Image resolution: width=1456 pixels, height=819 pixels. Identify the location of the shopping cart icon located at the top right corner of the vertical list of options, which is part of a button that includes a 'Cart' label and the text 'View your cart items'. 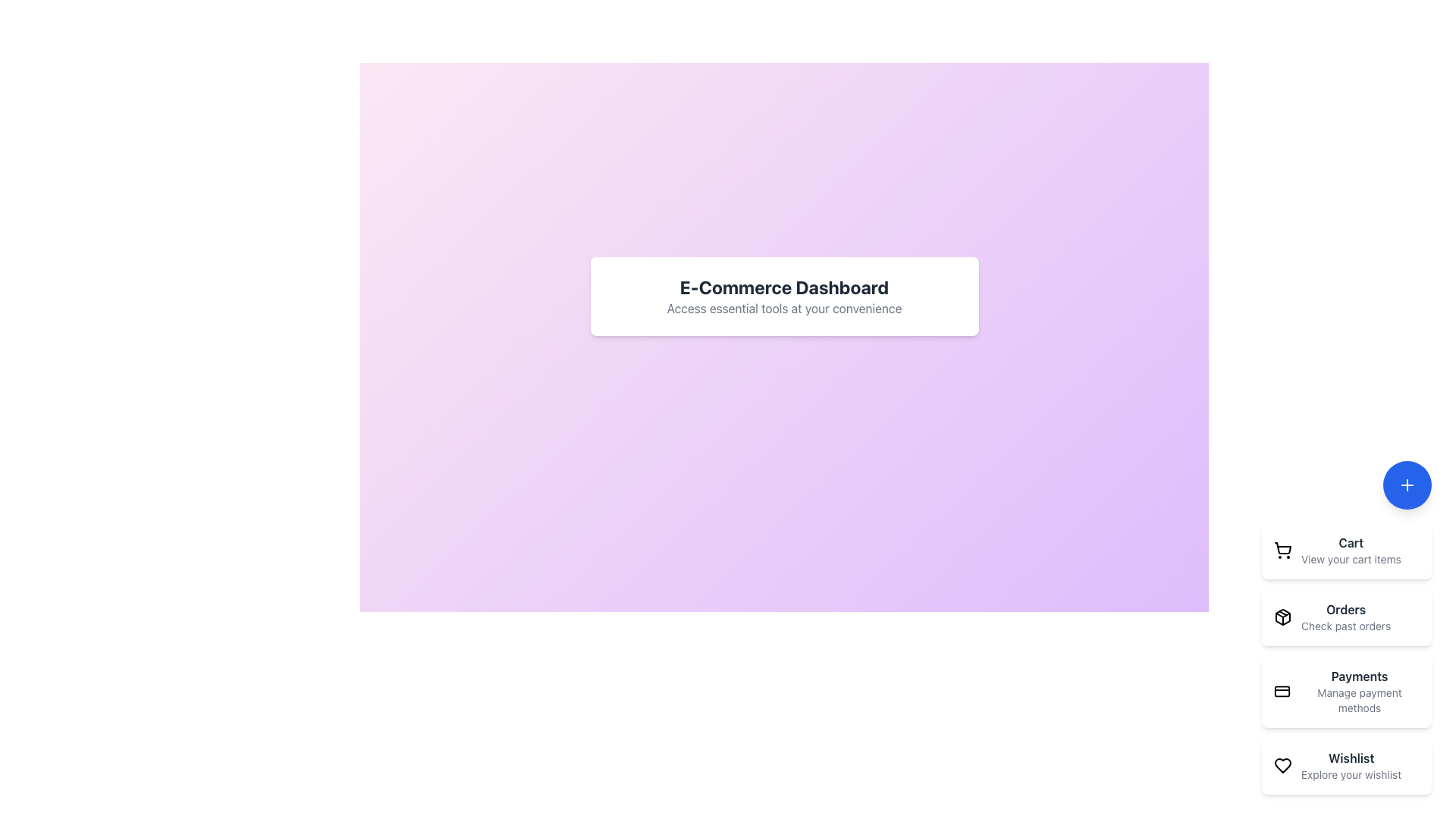
(1282, 550).